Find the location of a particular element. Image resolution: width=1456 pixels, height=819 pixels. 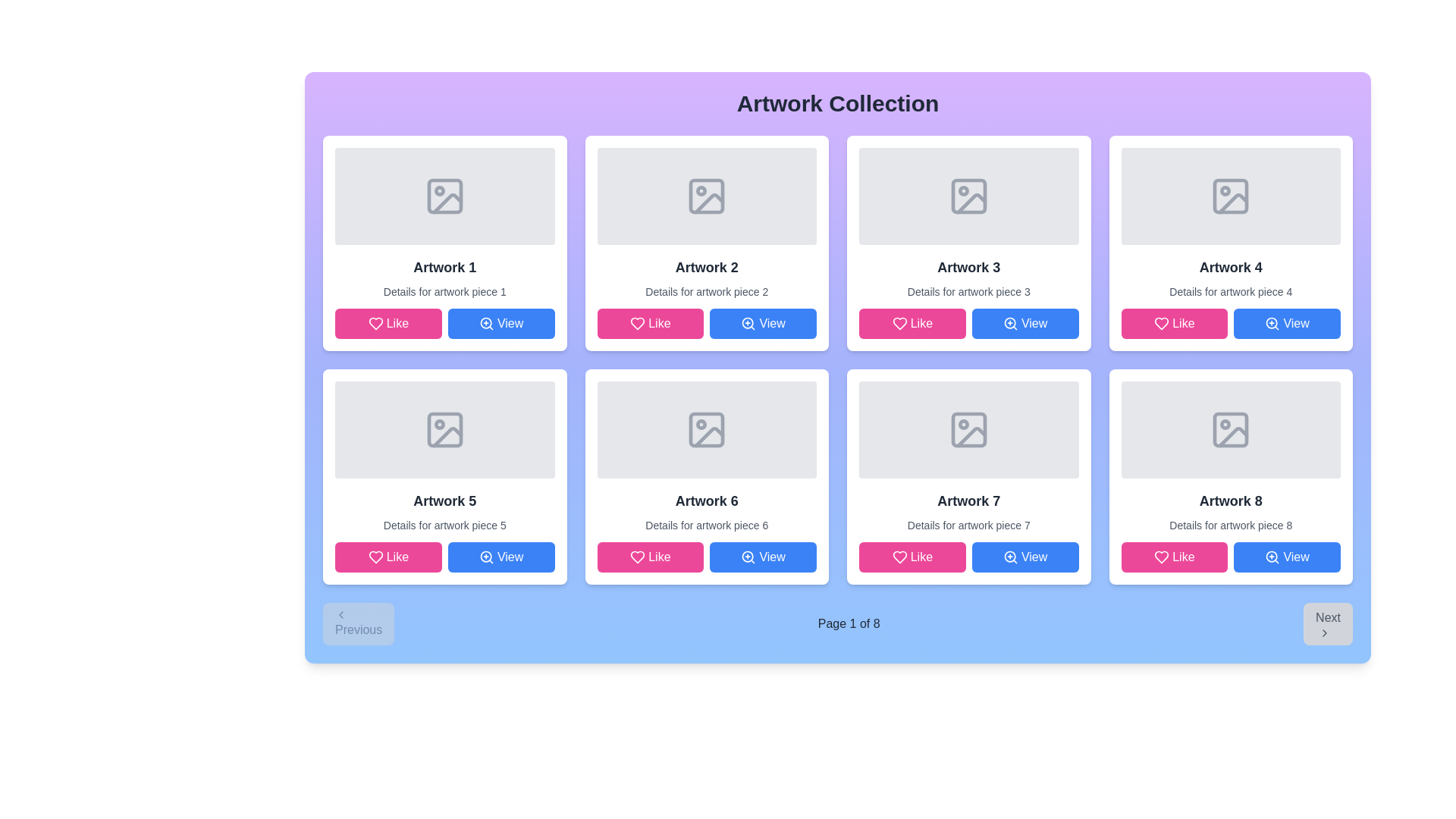

the 'View' button on the combined UI component located below the 'Details for artwork piece 2' text in the lower portion of the 'Artwork 2' card is located at coordinates (706, 323).